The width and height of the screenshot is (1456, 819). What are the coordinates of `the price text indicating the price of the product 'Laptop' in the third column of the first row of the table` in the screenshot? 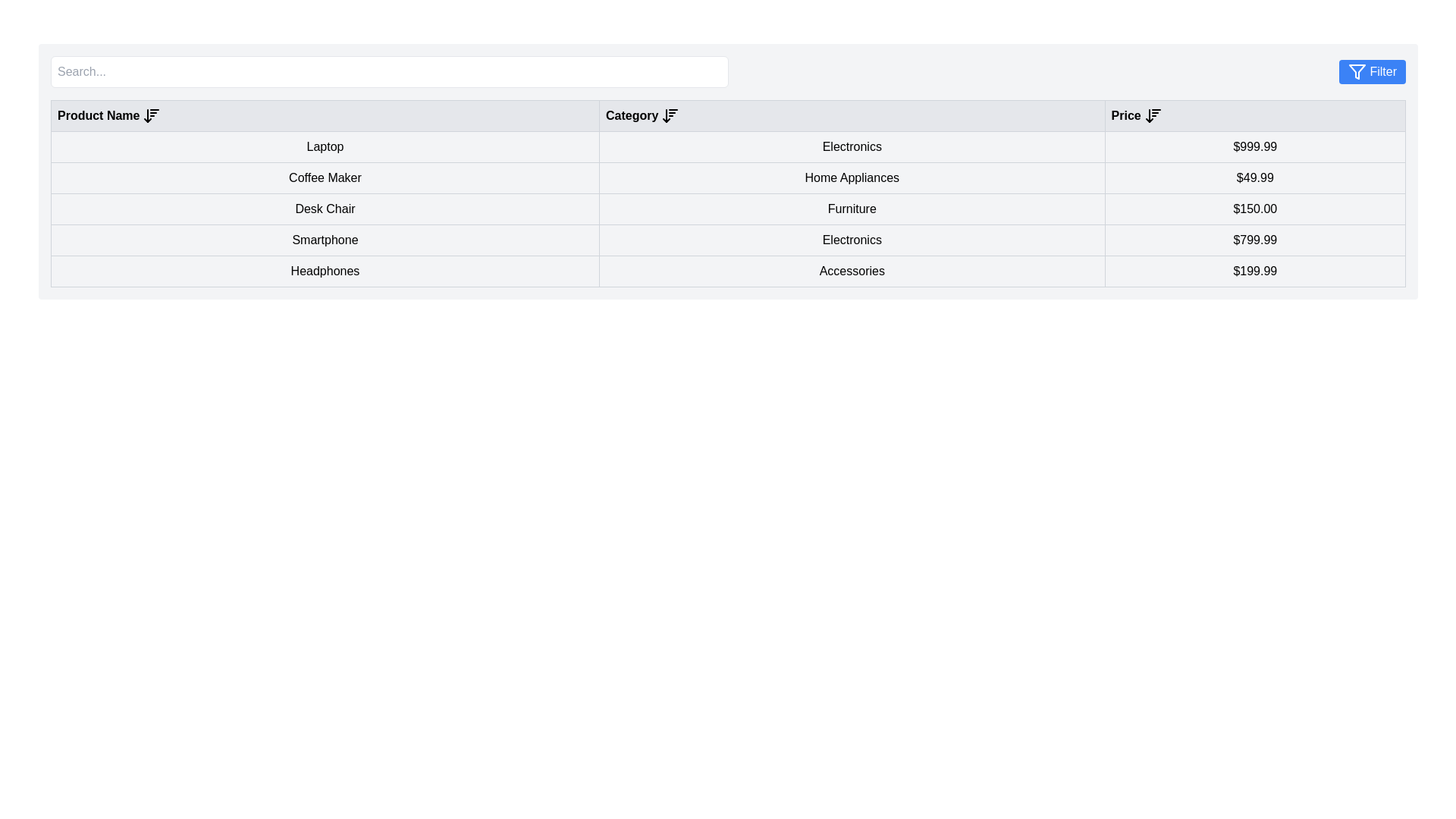 It's located at (1255, 146).